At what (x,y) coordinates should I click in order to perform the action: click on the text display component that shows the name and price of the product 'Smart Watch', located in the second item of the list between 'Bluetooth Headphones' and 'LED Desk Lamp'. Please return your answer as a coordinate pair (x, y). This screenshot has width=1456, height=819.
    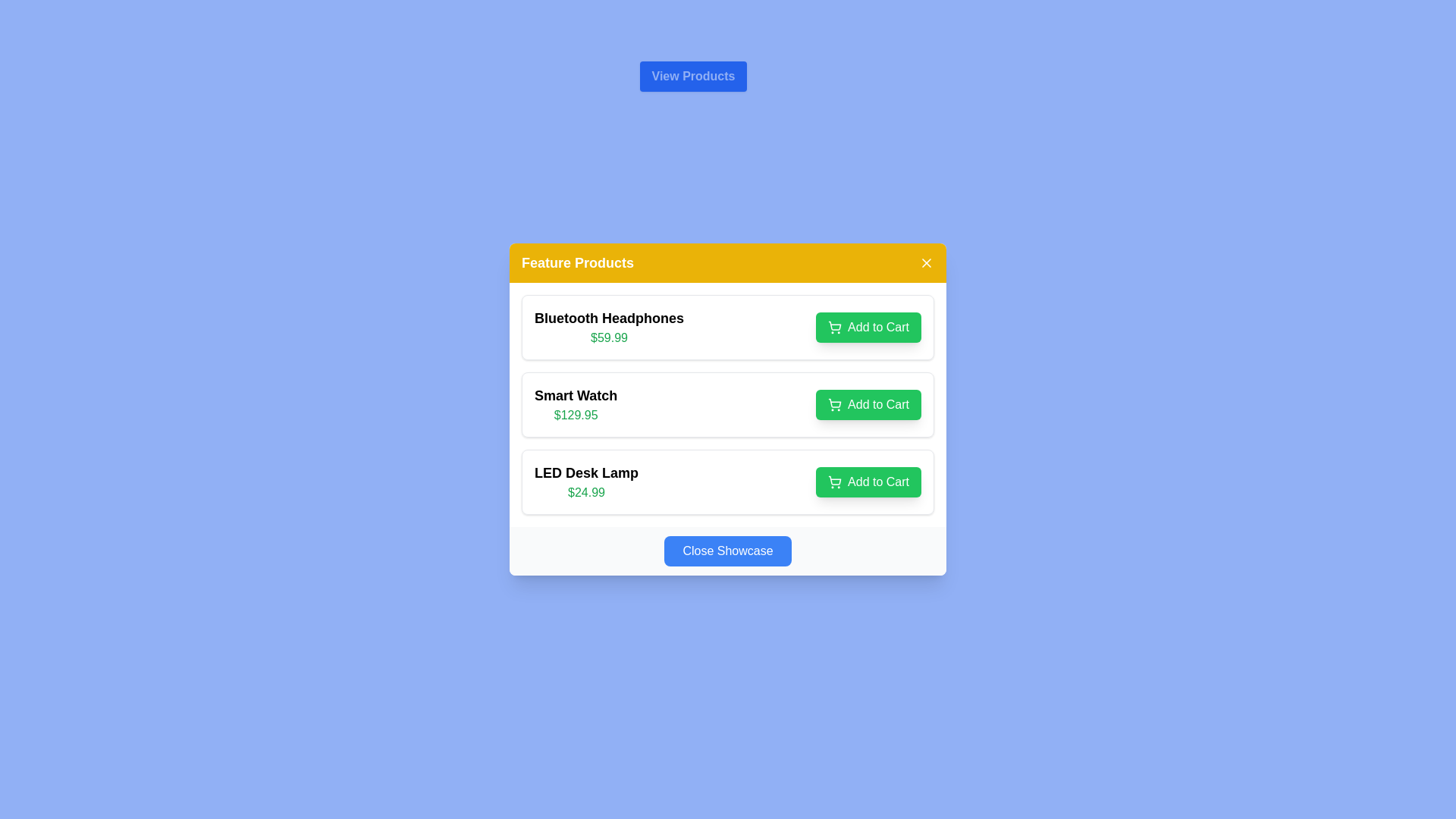
    Looking at the image, I should click on (575, 403).